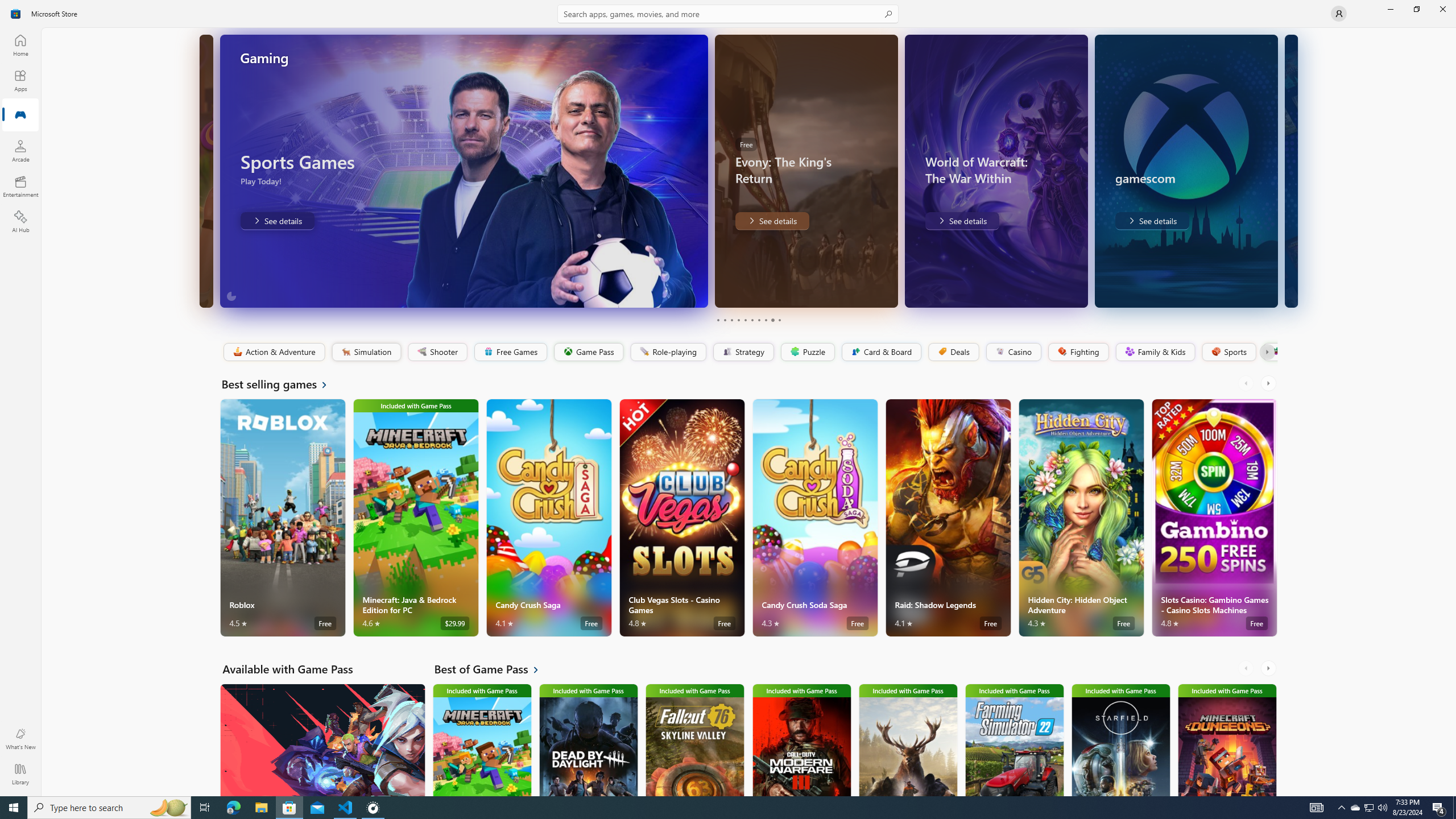 This screenshot has height=819, width=1456. I want to click on 'AI Hub', so click(19, 221).